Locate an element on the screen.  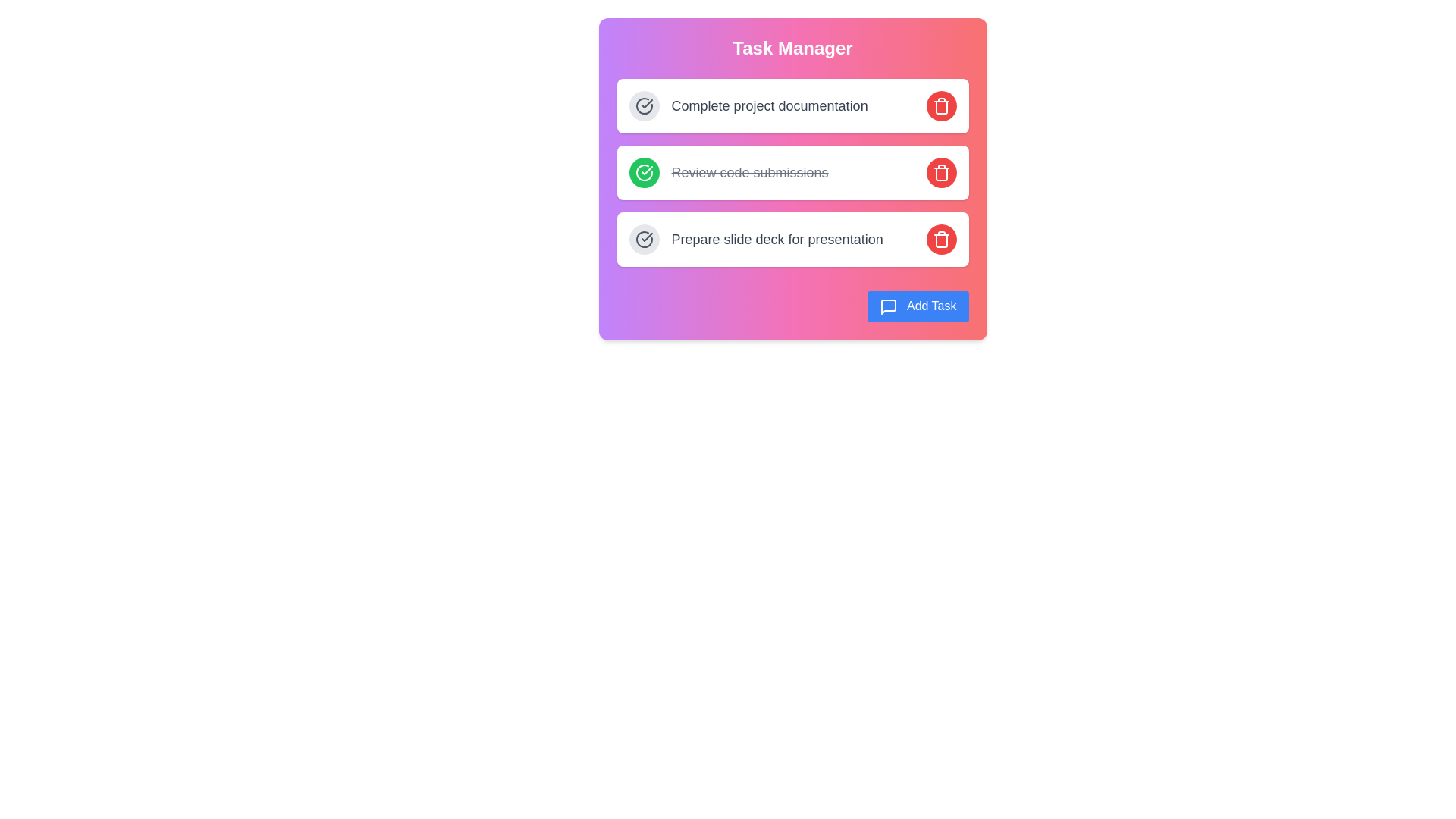
the circular completion status icon with a checkmark in the center is located at coordinates (644, 239).